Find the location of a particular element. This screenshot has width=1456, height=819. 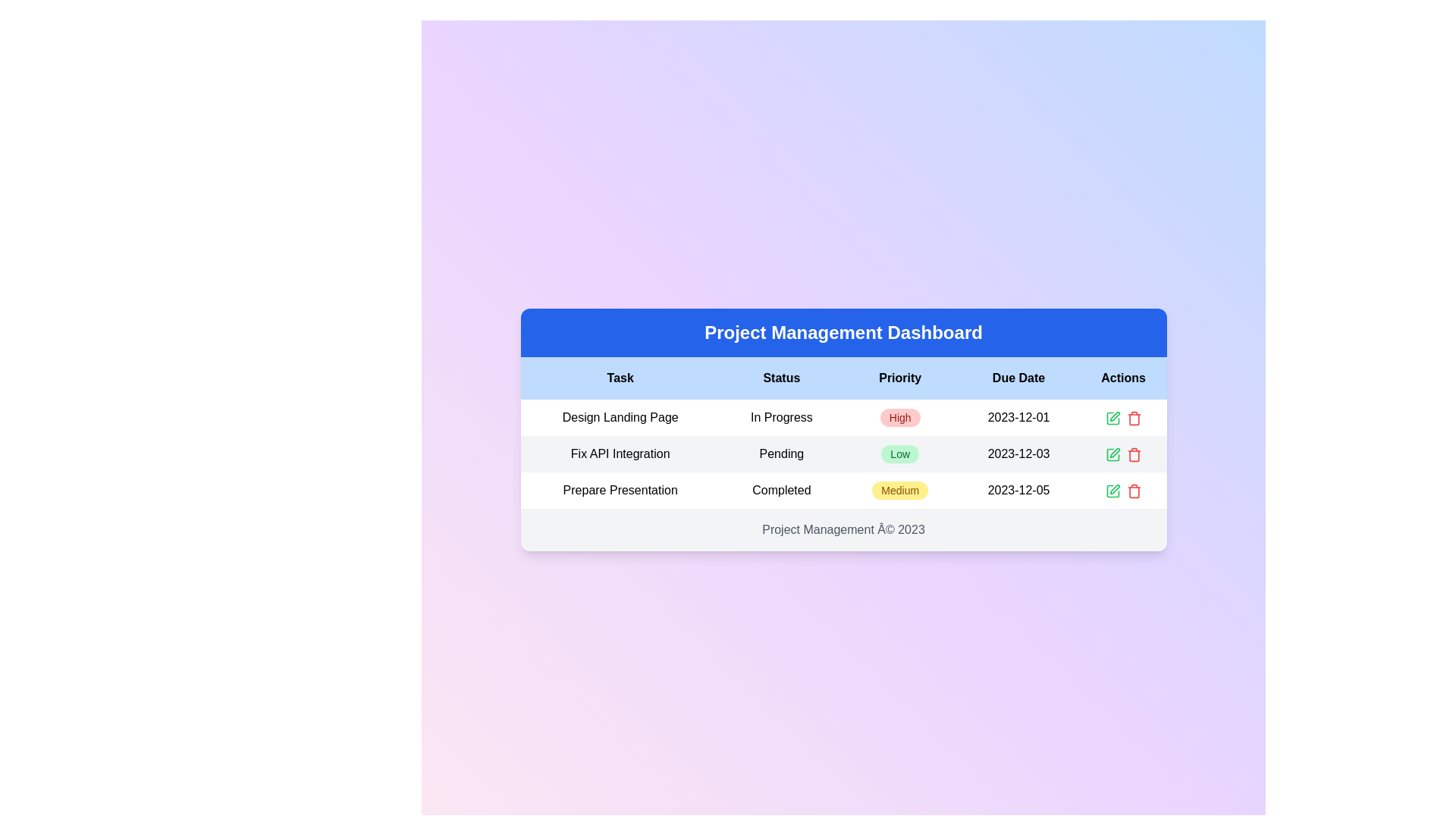

the 'In Progress' text label in the 'Status' column of the task 'Design Landing Page' within the table is located at coordinates (781, 418).